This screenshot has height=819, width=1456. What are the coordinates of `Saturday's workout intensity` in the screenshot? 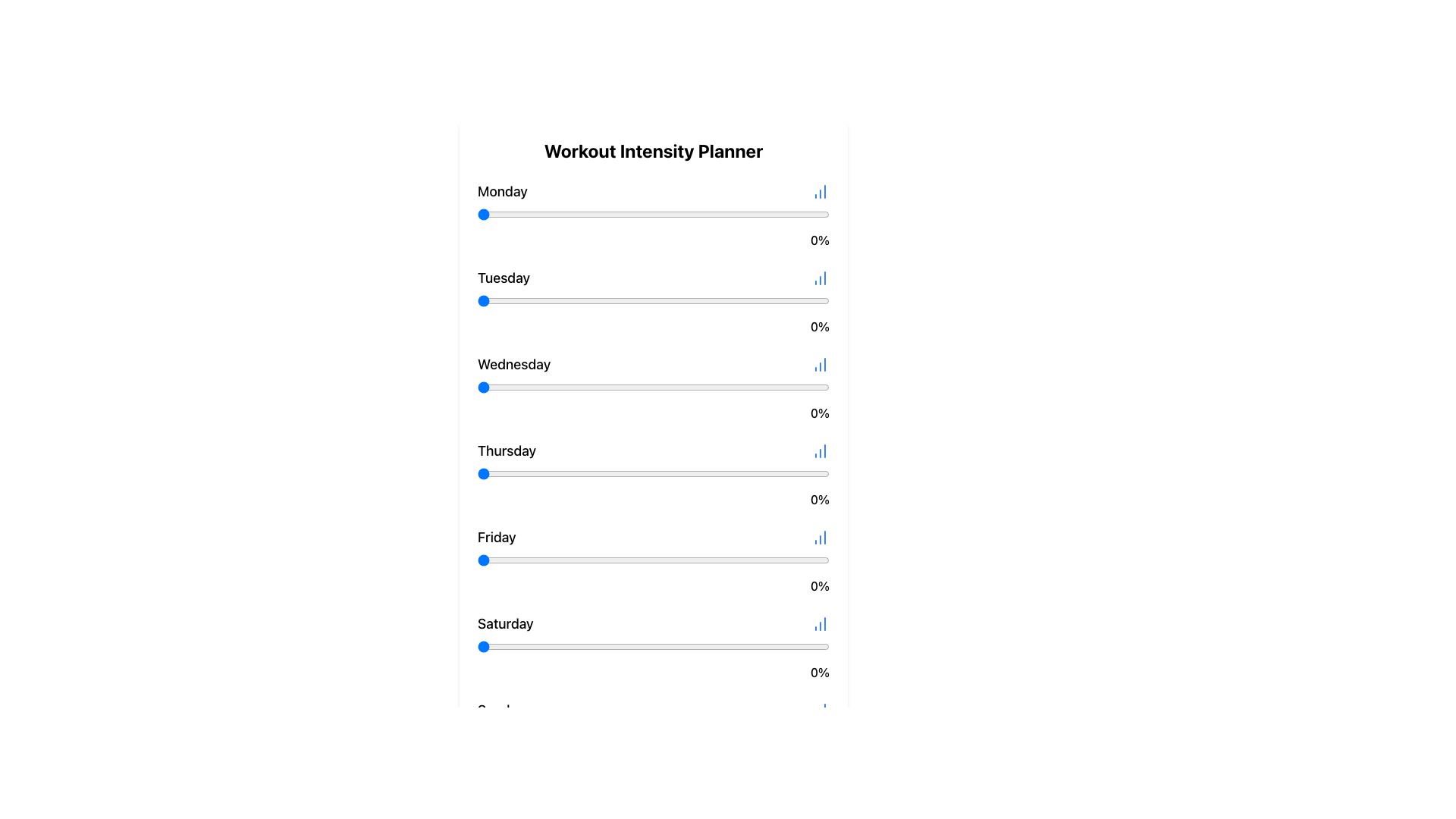 It's located at (667, 646).